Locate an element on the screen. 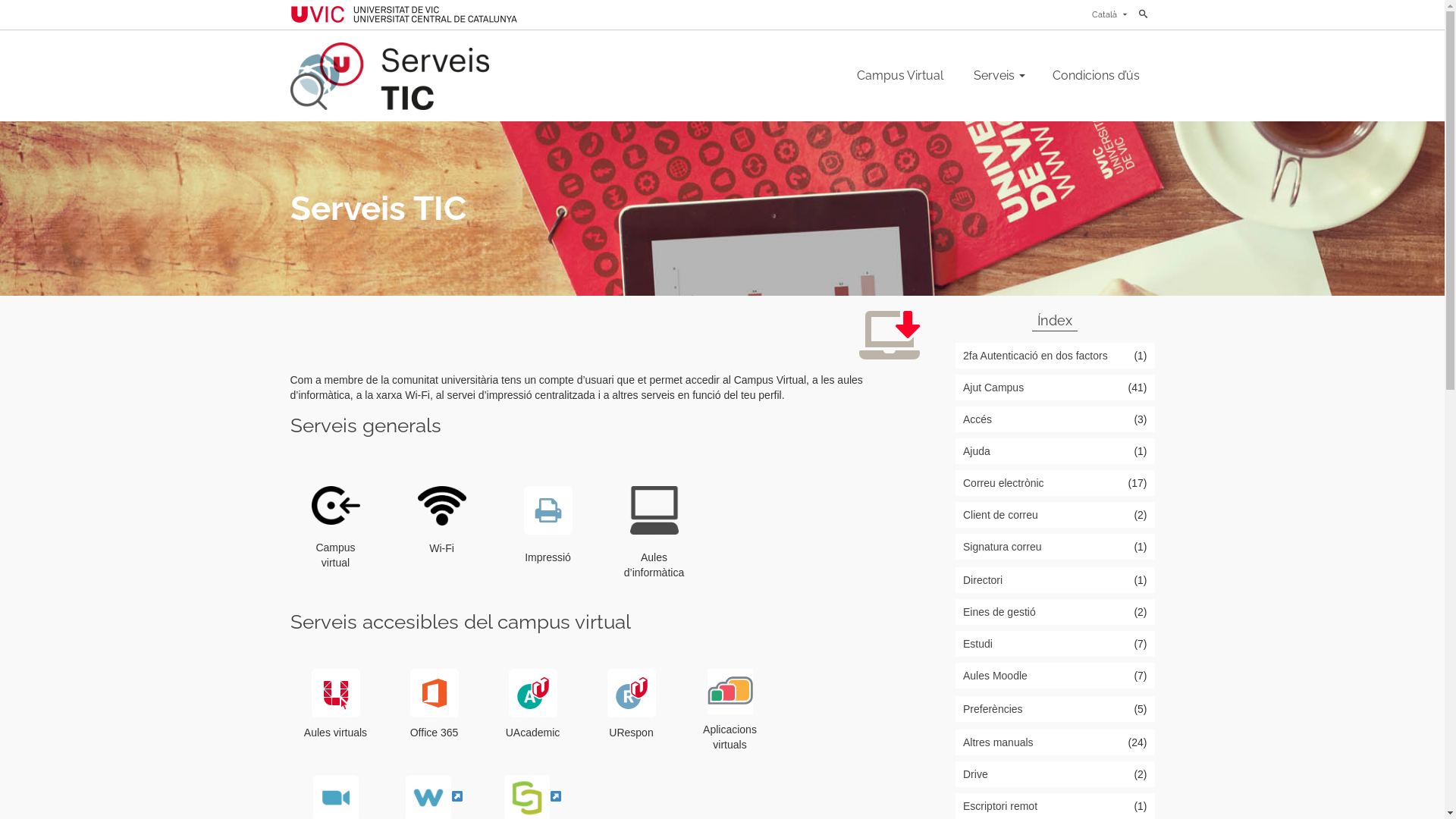 The height and width of the screenshot is (819, 1456). 'Serveis' is located at coordinates (957, 76).